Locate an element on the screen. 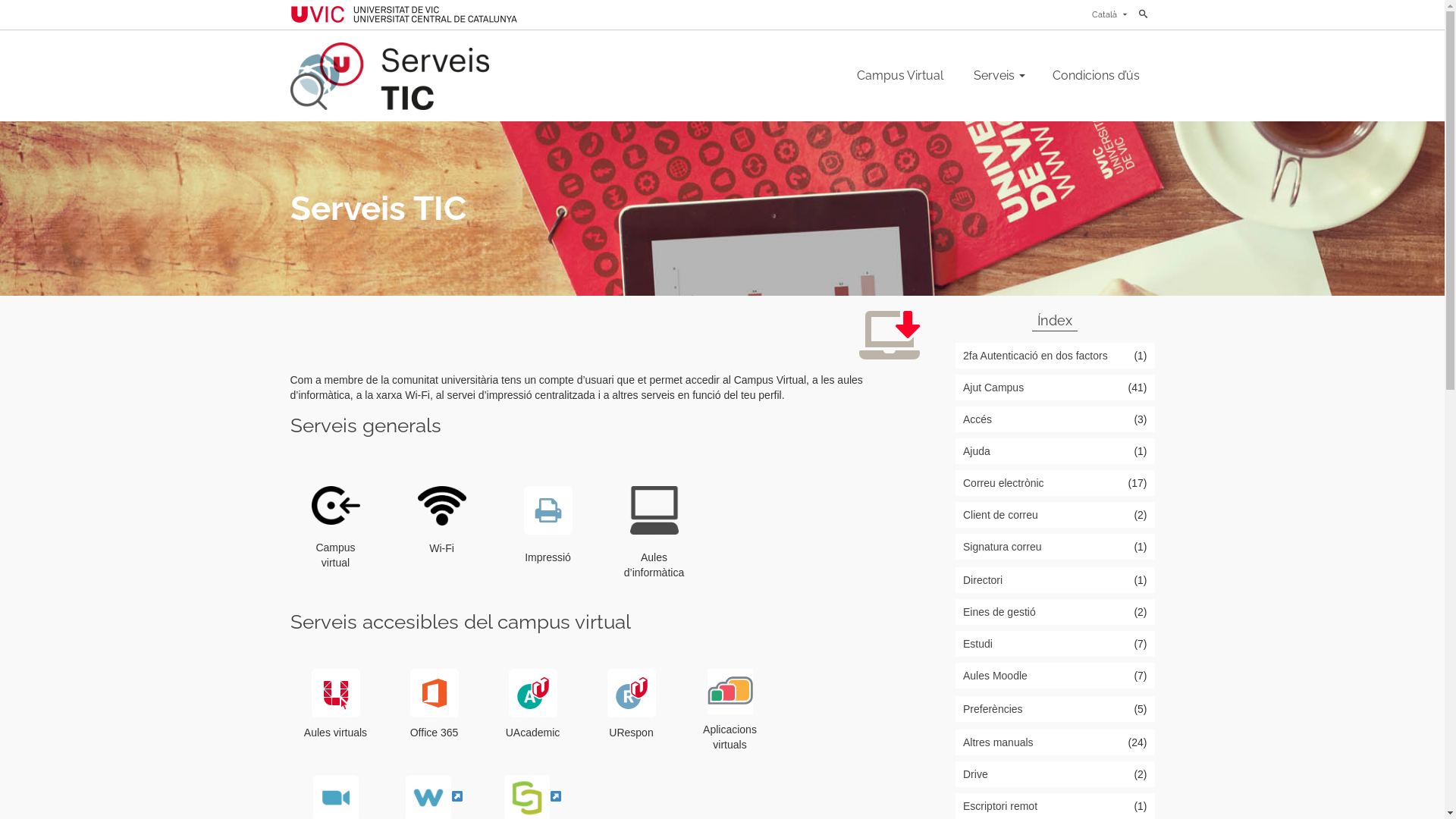 The height and width of the screenshot is (819, 1456). 'Serveis' is located at coordinates (957, 76).